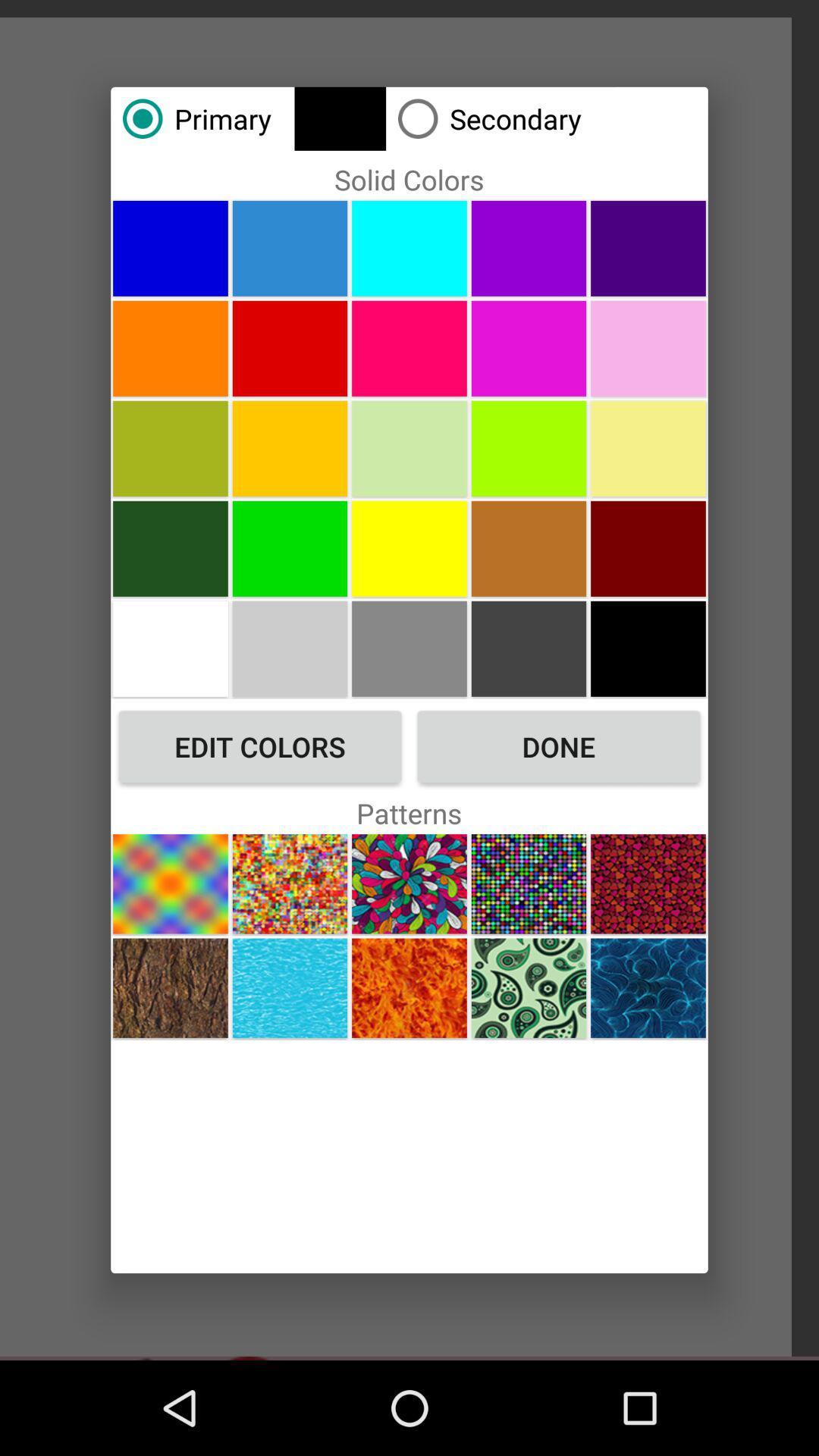 The image size is (819, 1456). Describe the element at coordinates (558, 746) in the screenshot. I see `the done item` at that location.